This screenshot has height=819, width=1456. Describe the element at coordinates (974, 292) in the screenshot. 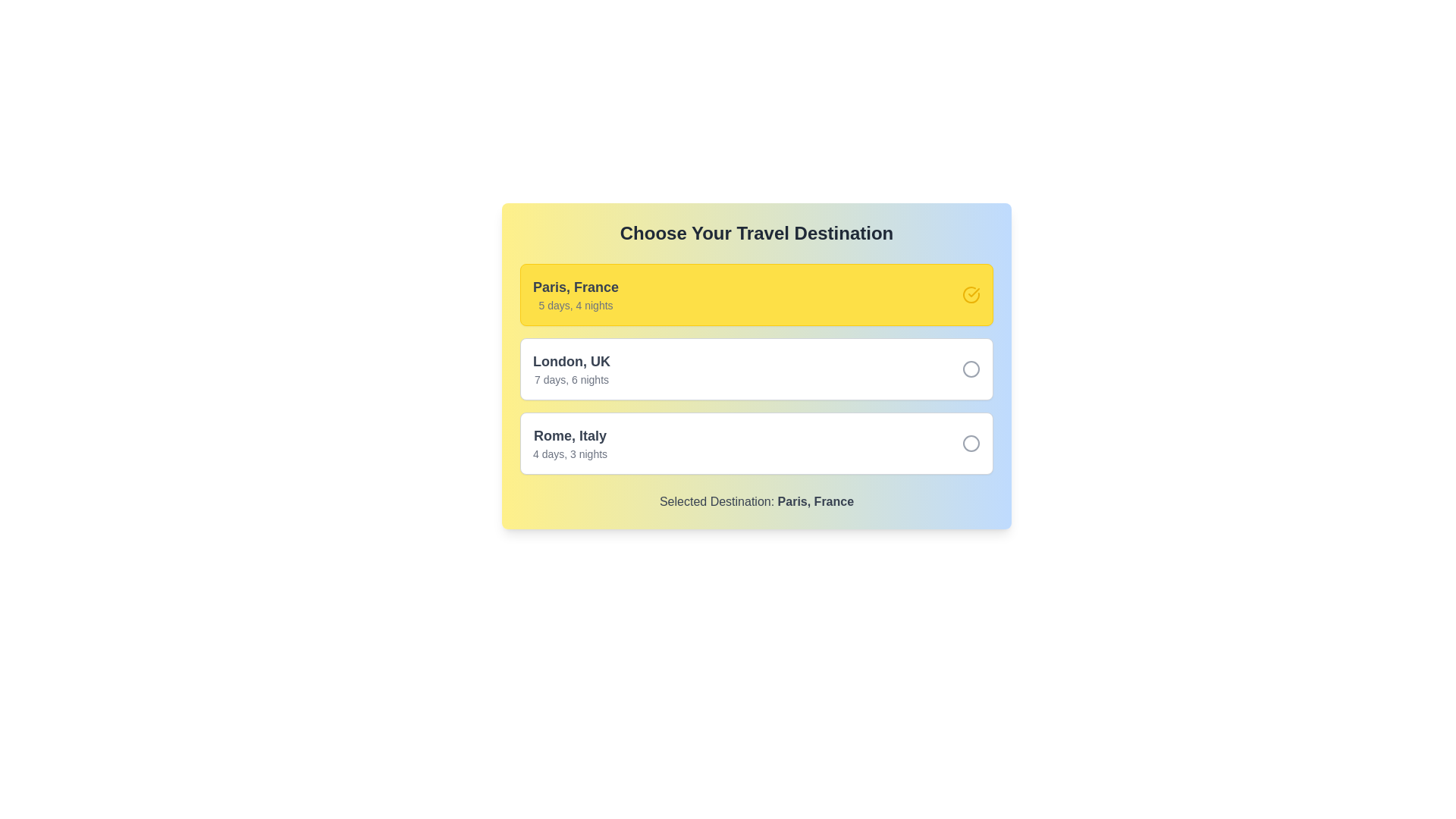

I see `the yellow SVG icon with a check mark next to the 'Paris, France' travel option by moving the cursor to its center point` at that location.